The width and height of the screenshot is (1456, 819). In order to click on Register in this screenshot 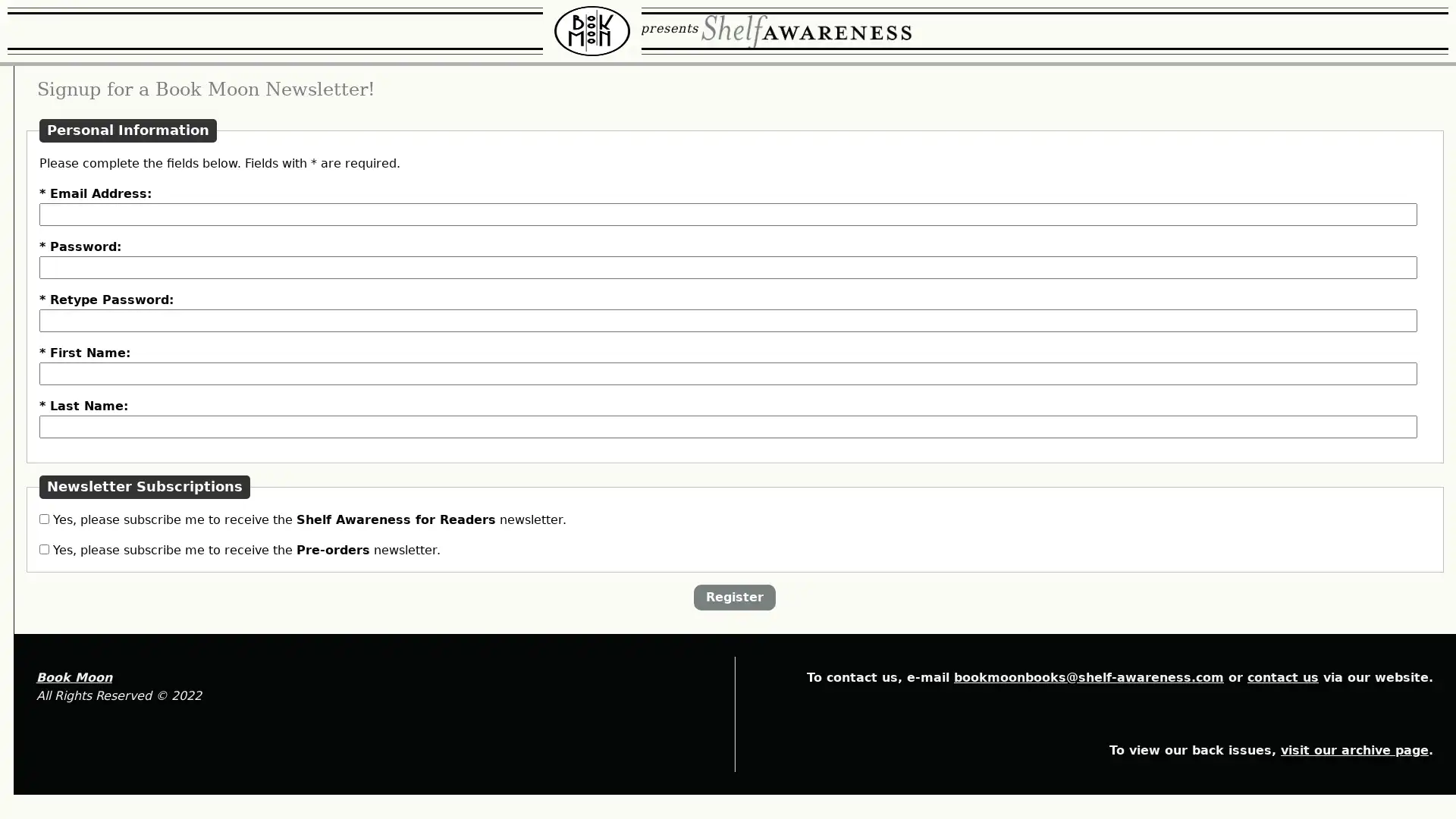, I will do `click(822, 719)`.